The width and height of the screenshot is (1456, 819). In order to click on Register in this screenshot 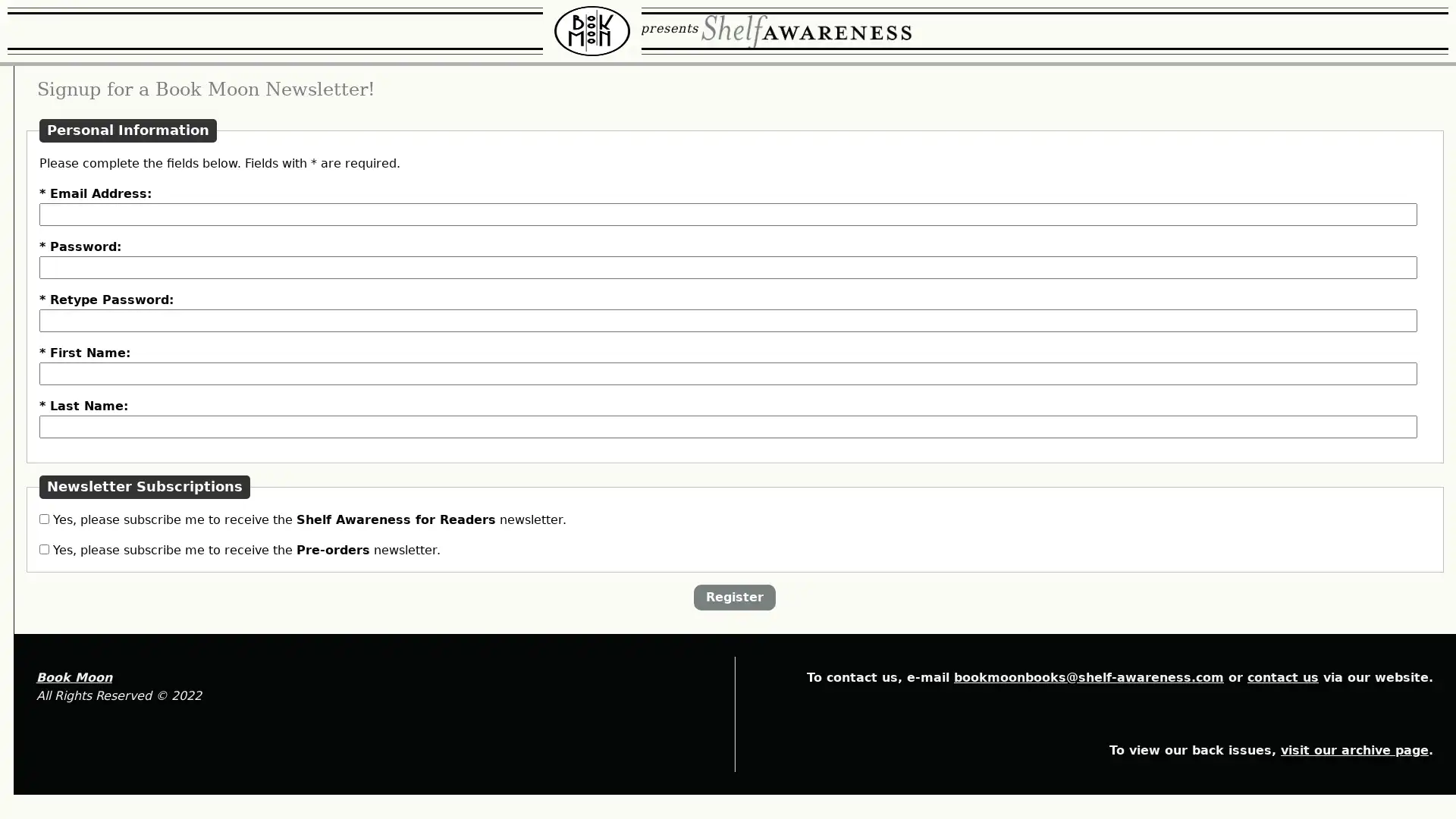, I will do `click(822, 719)`.